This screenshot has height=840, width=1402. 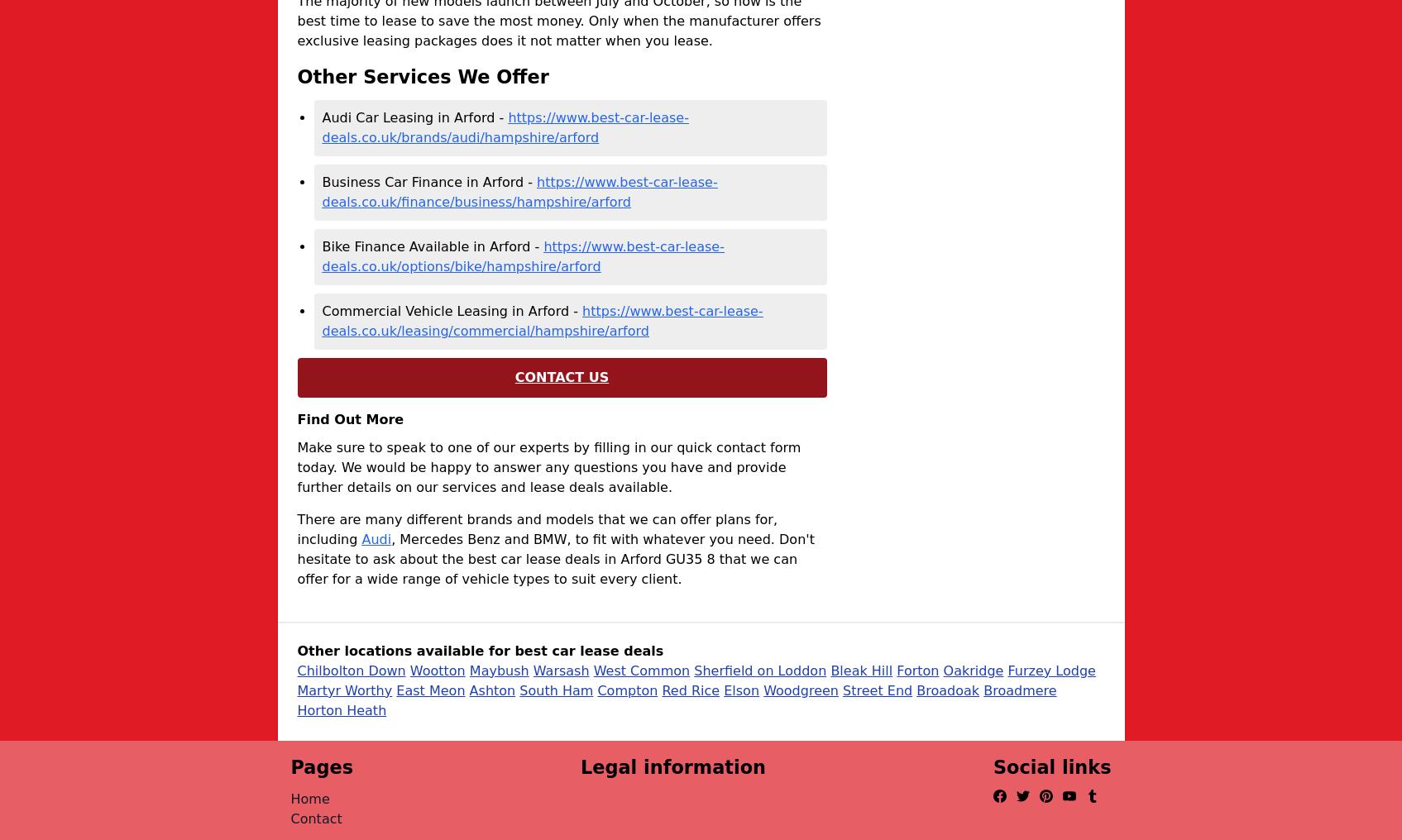 I want to click on 'Other Services We Offer', so click(x=422, y=76).